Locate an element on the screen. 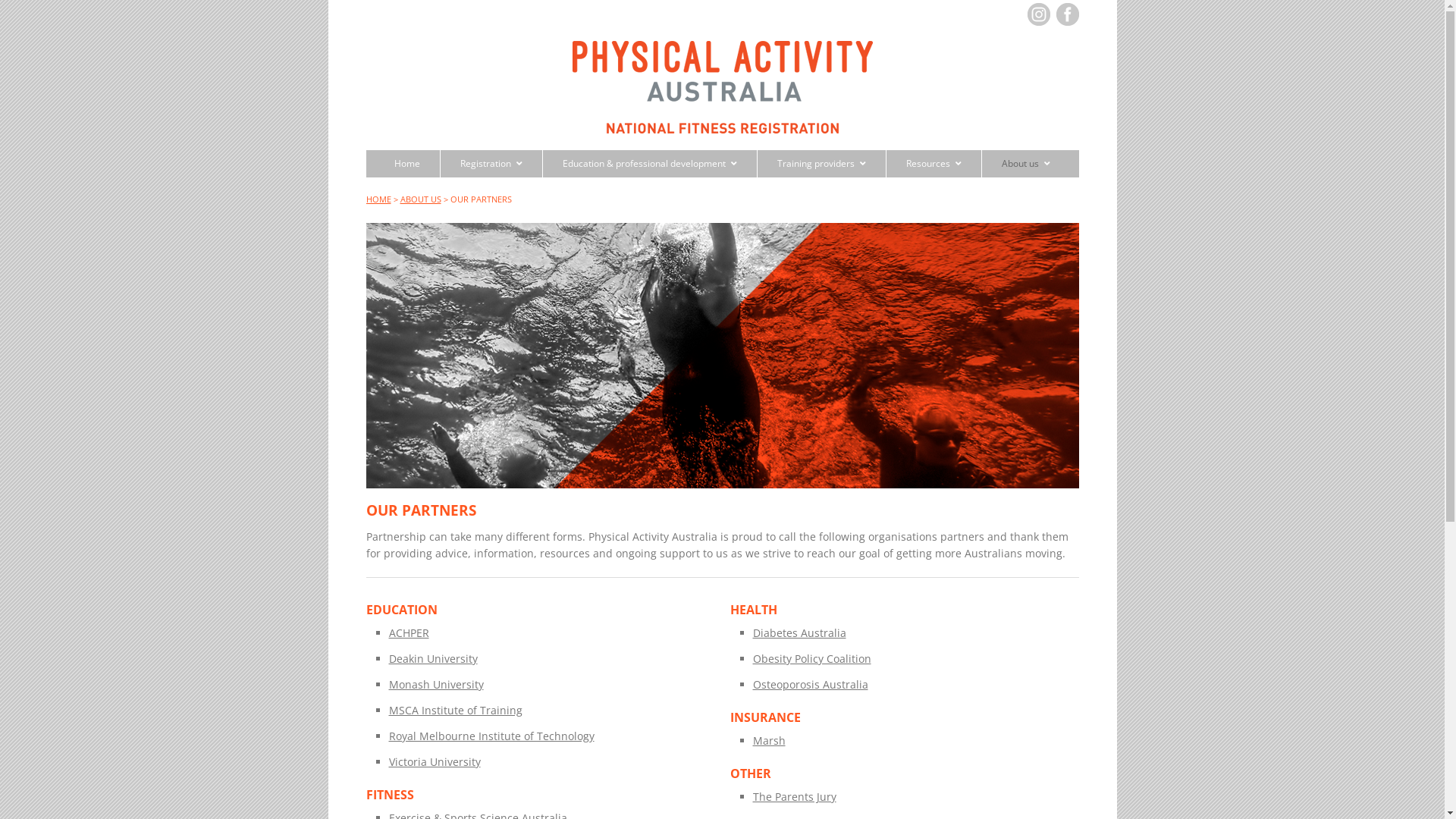 The width and height of the screenshot is (1456, 819). 'ACHPER' is located at coordinates (408, 632).